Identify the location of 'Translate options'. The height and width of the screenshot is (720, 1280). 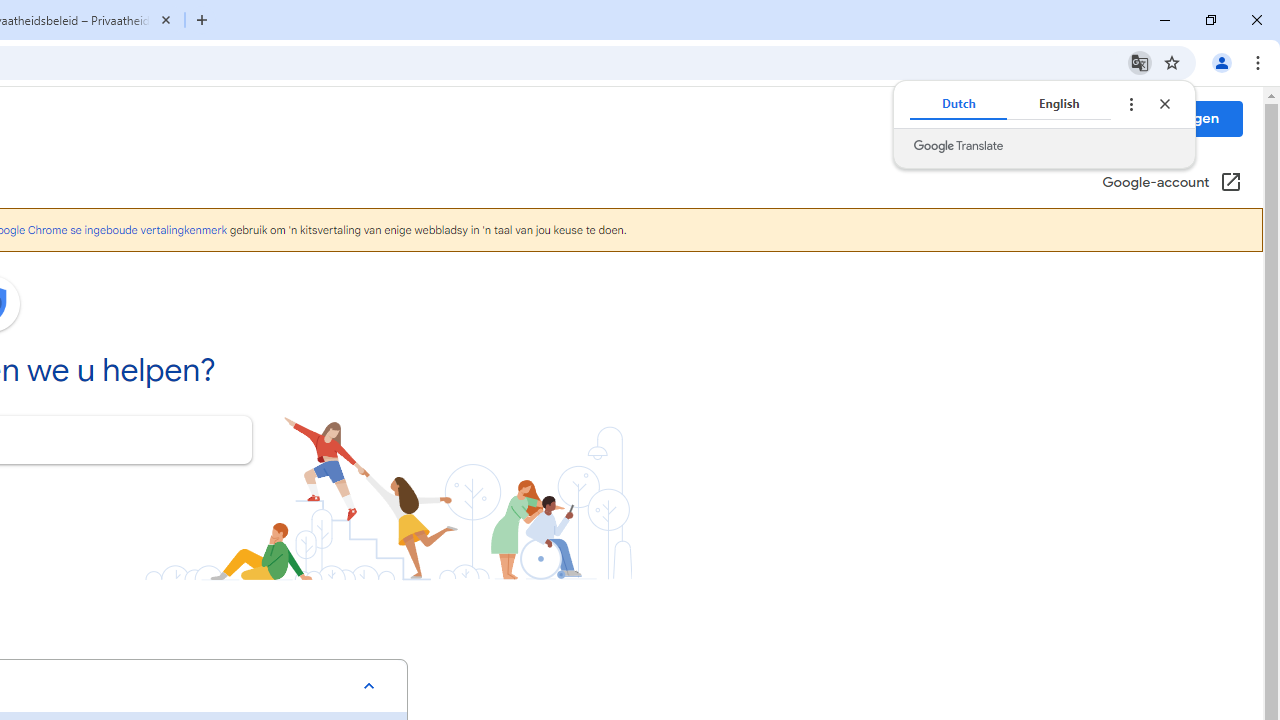
(1130, 104).